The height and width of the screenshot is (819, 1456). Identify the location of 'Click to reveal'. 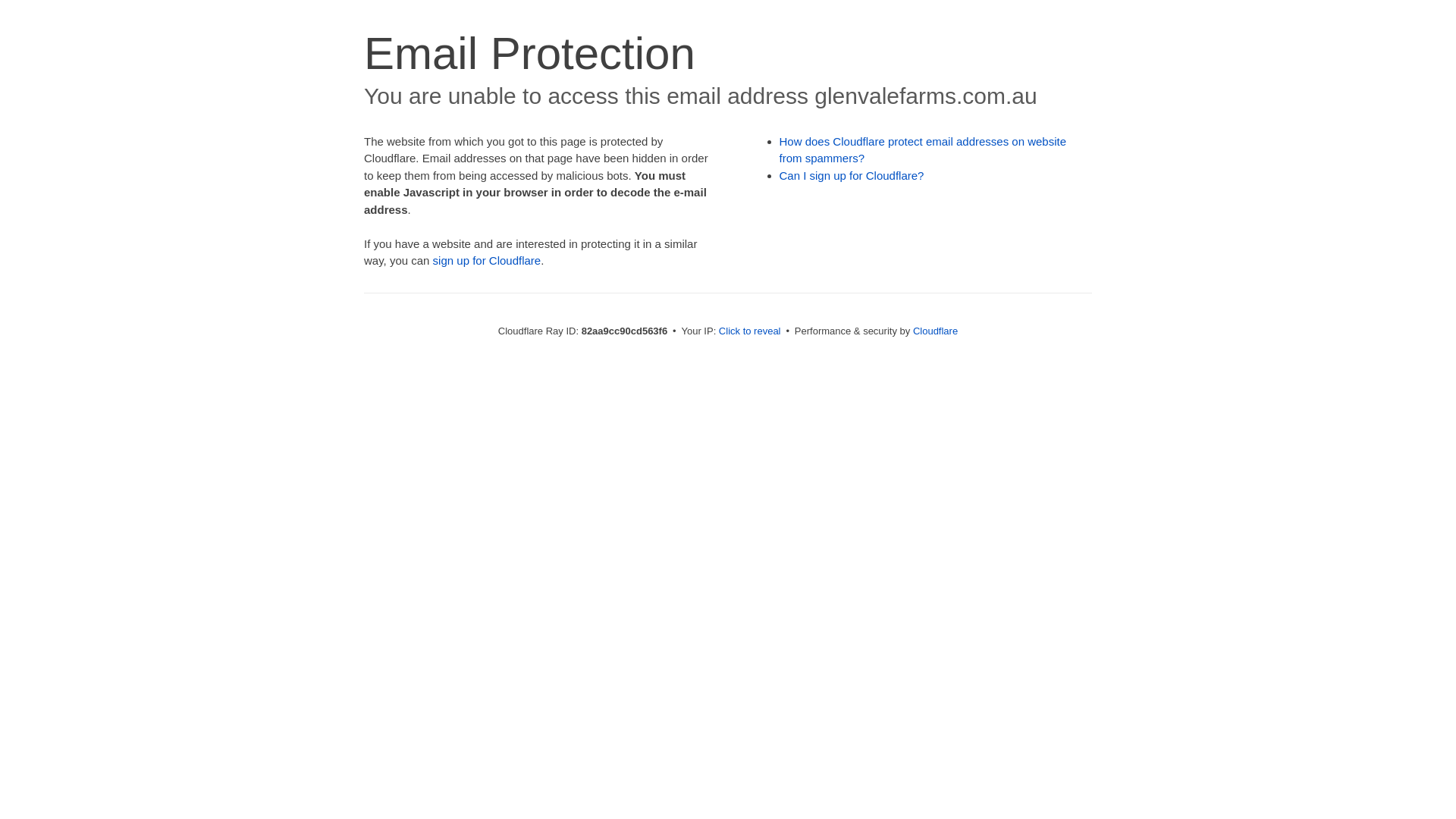
(749, 330).